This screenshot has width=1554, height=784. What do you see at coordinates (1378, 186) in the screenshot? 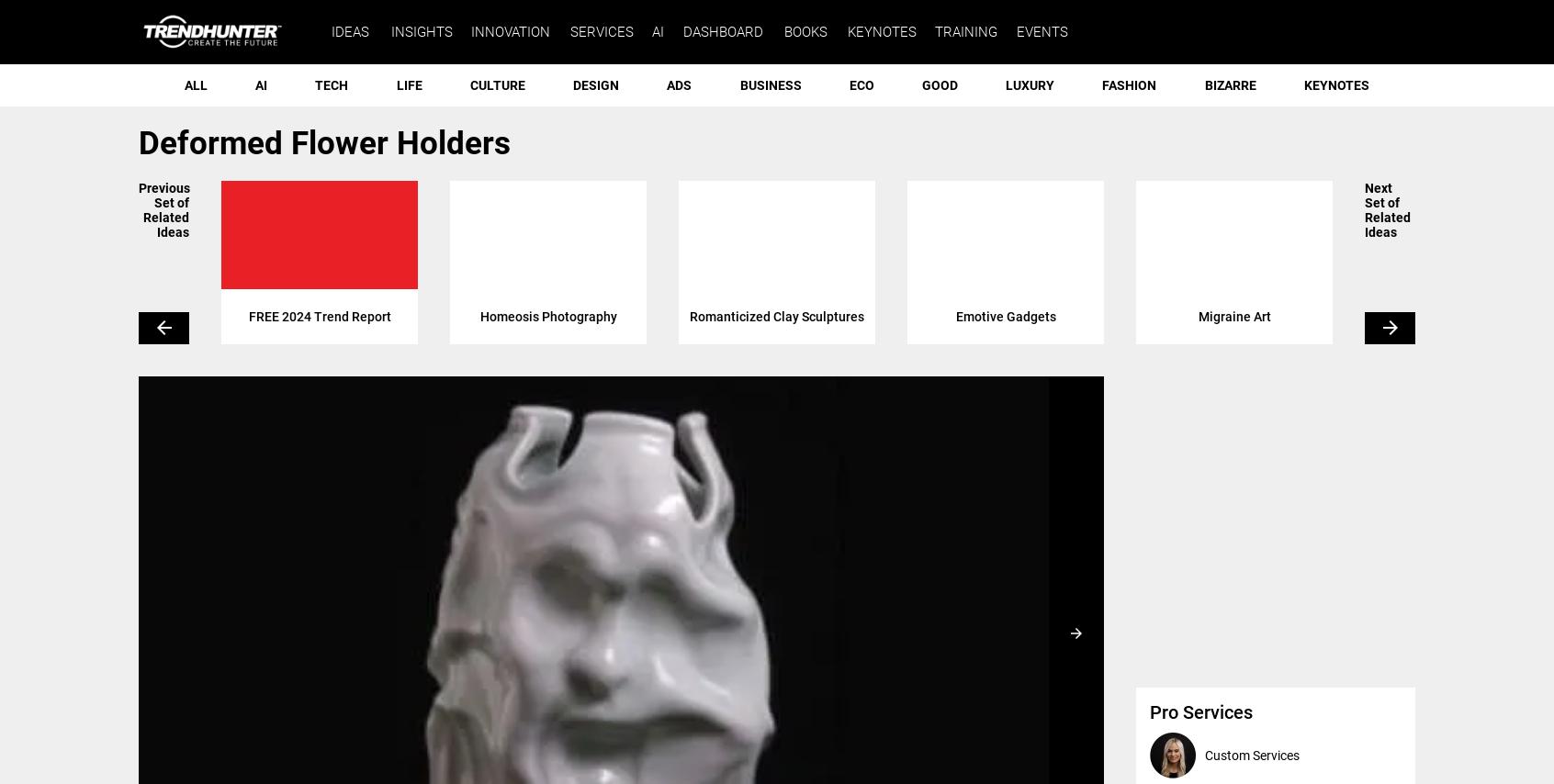
I see `'Next'` at bounding box center [1378, 186].